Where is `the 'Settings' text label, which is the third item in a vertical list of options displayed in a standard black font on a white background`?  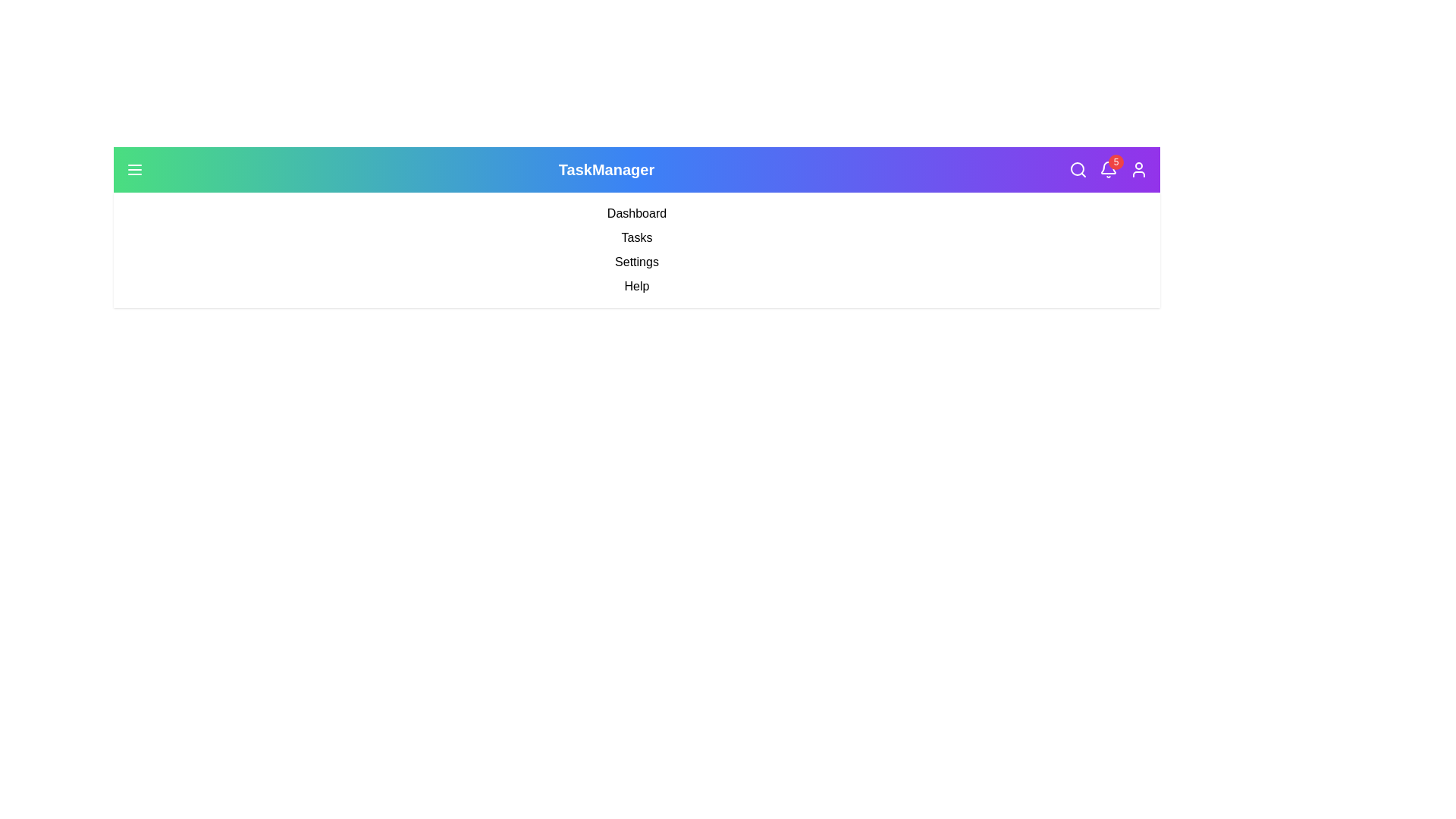 the 'Settings' text label, which is the third item in a vertical list of options displayed in a standard black font on a white background is located at coordinates (637, 262).